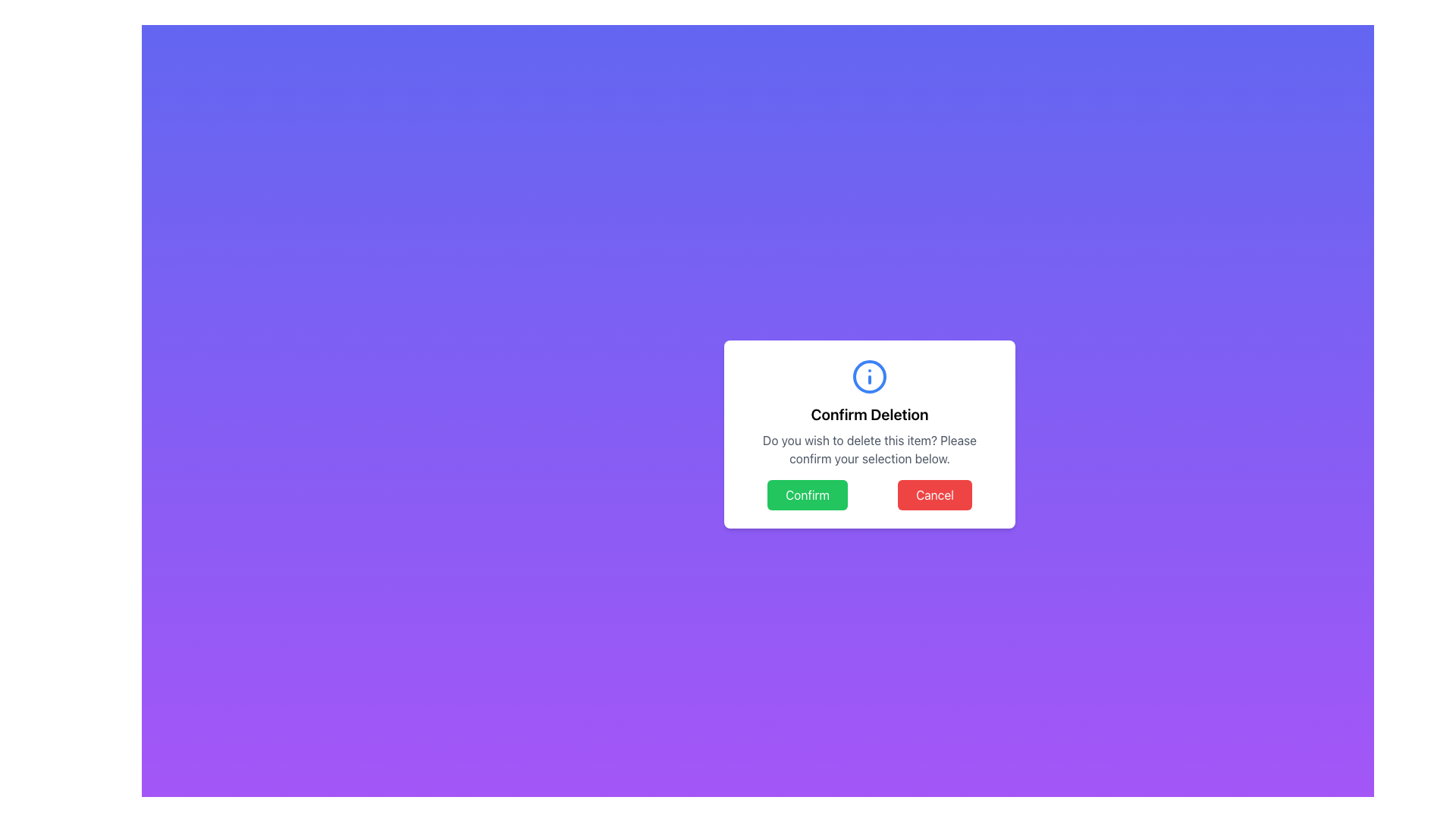 The height and width of the screenshot is (819, 1456). I want to click on the blue outlined, white filled circular component at the center of the info icon above the 'Confirm Deletion' text in the modal dialog box, so click(870, 376).